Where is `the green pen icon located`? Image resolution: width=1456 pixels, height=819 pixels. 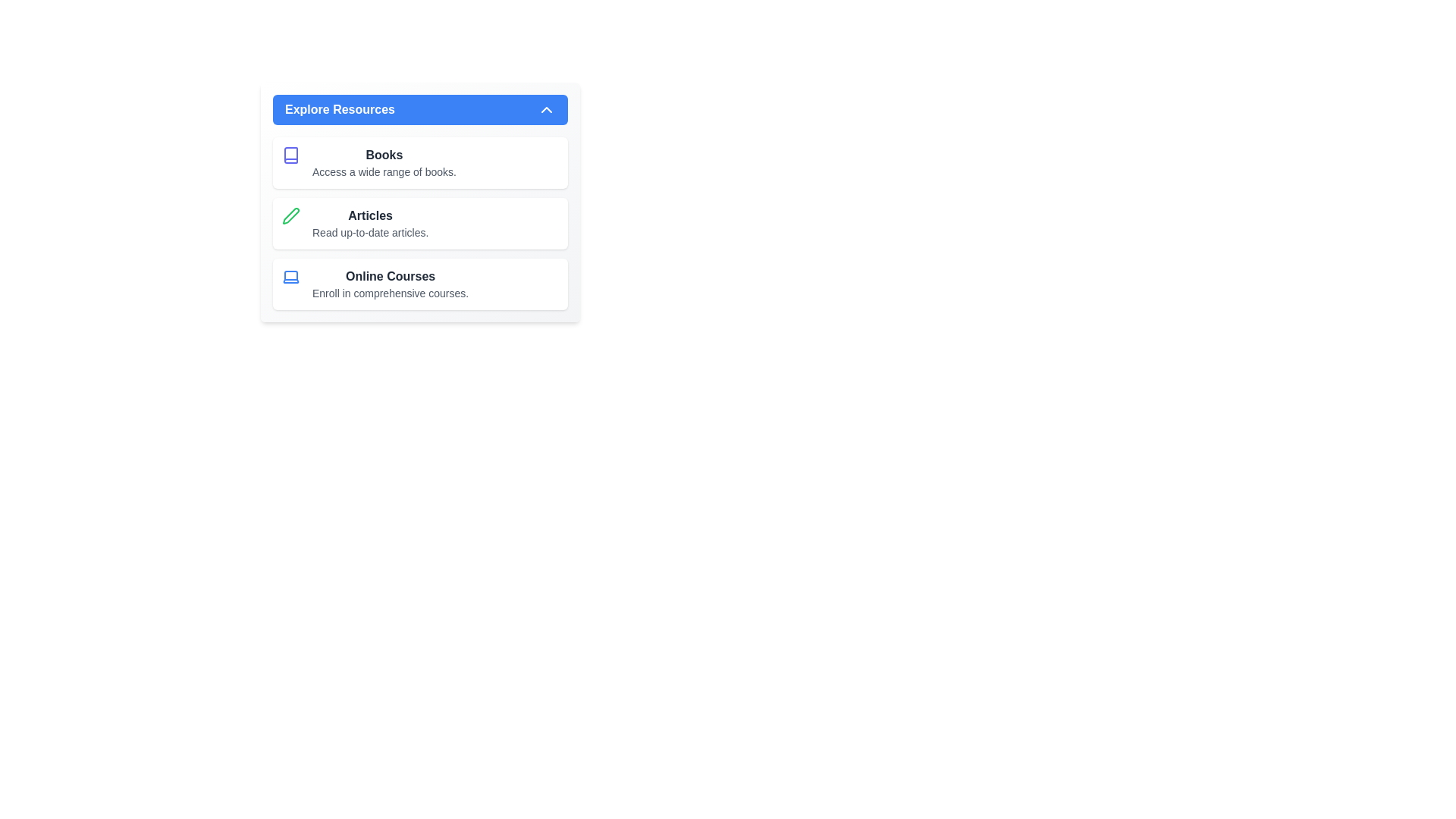 the green pen icon located is located at coordinates (291, 216).